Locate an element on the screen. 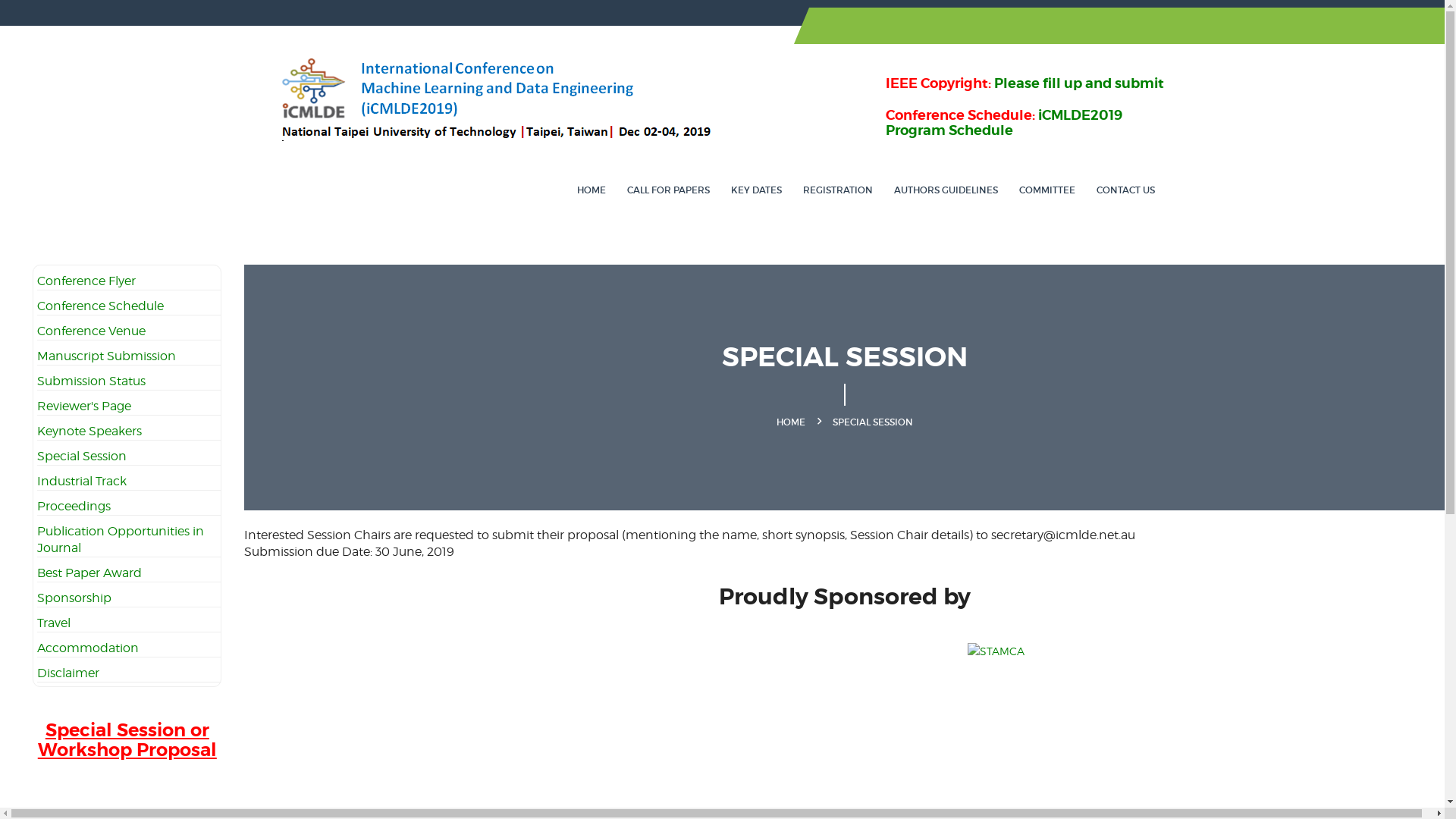 This screenshot has height=819, width=1456. 'iCMLDE2019 Program Schedule' is located at coordinates (1004, 121).